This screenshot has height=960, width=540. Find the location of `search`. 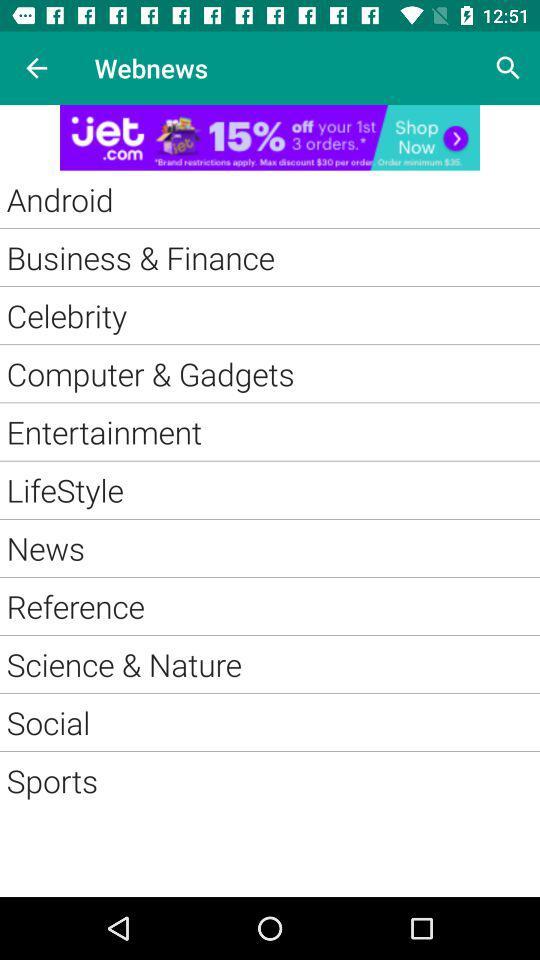

search is located at coordinates (508, 68).